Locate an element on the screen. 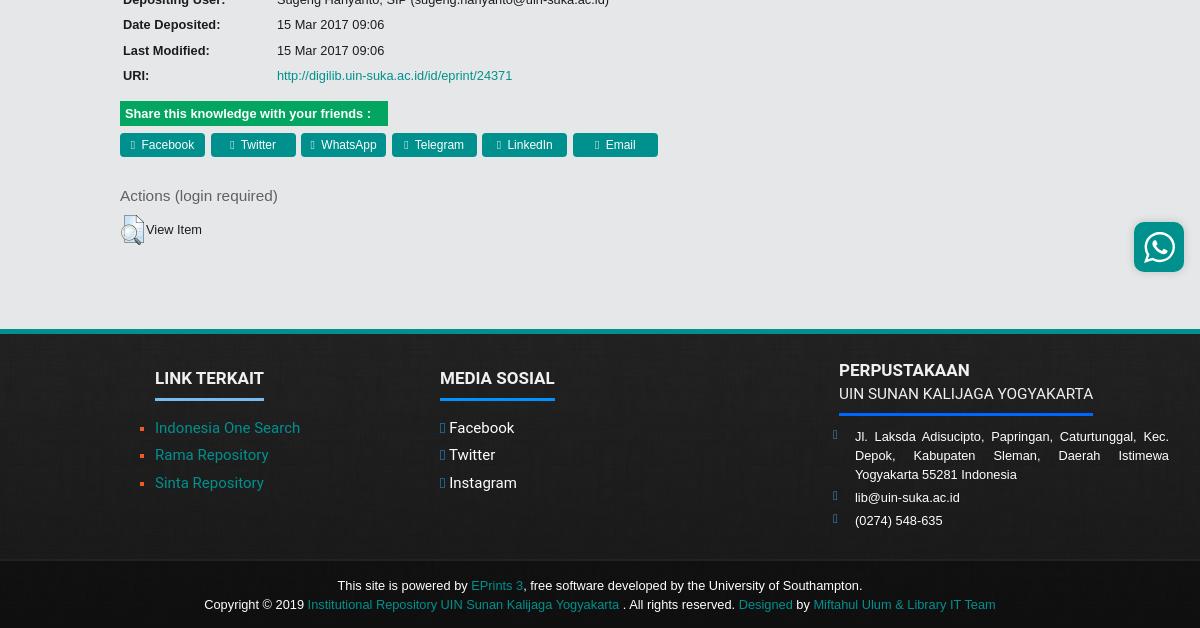 The height and width of the screenshot is (628, 1200). 'View Item' is located at coordinates (146, 228).